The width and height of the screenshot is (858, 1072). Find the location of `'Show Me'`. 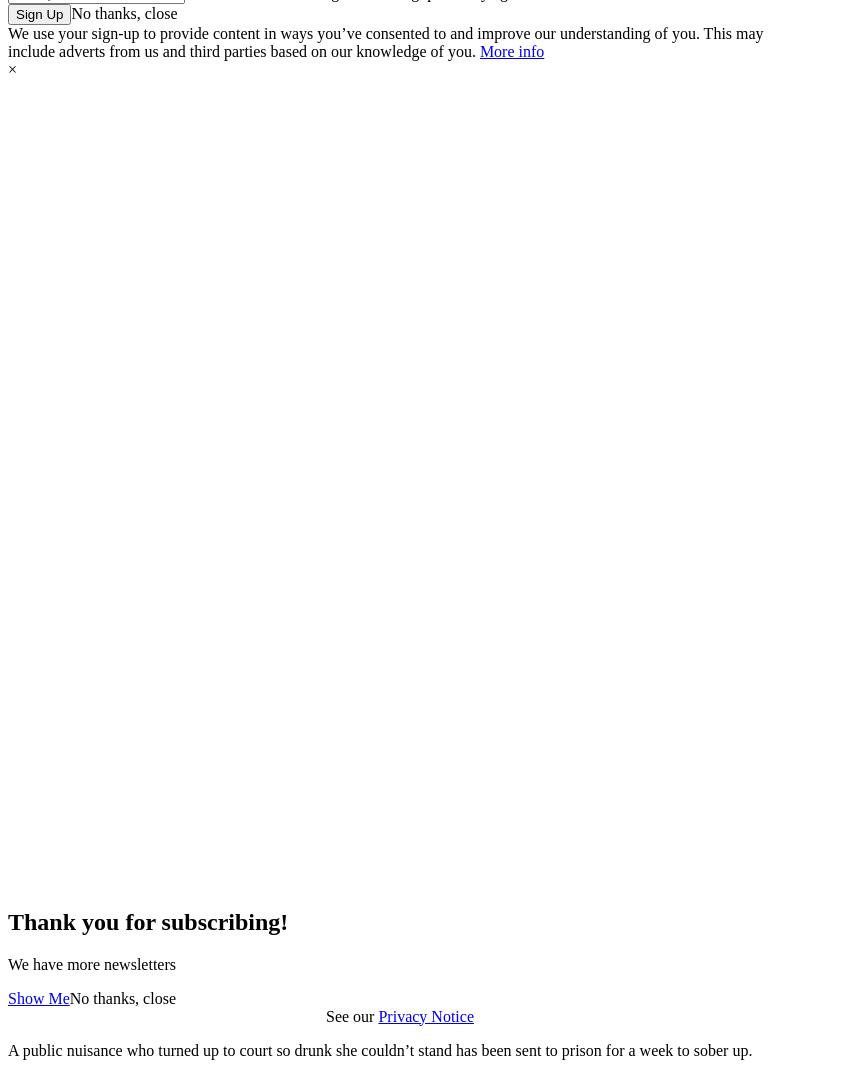

'Show Me' is located at coordinates (7, 996).